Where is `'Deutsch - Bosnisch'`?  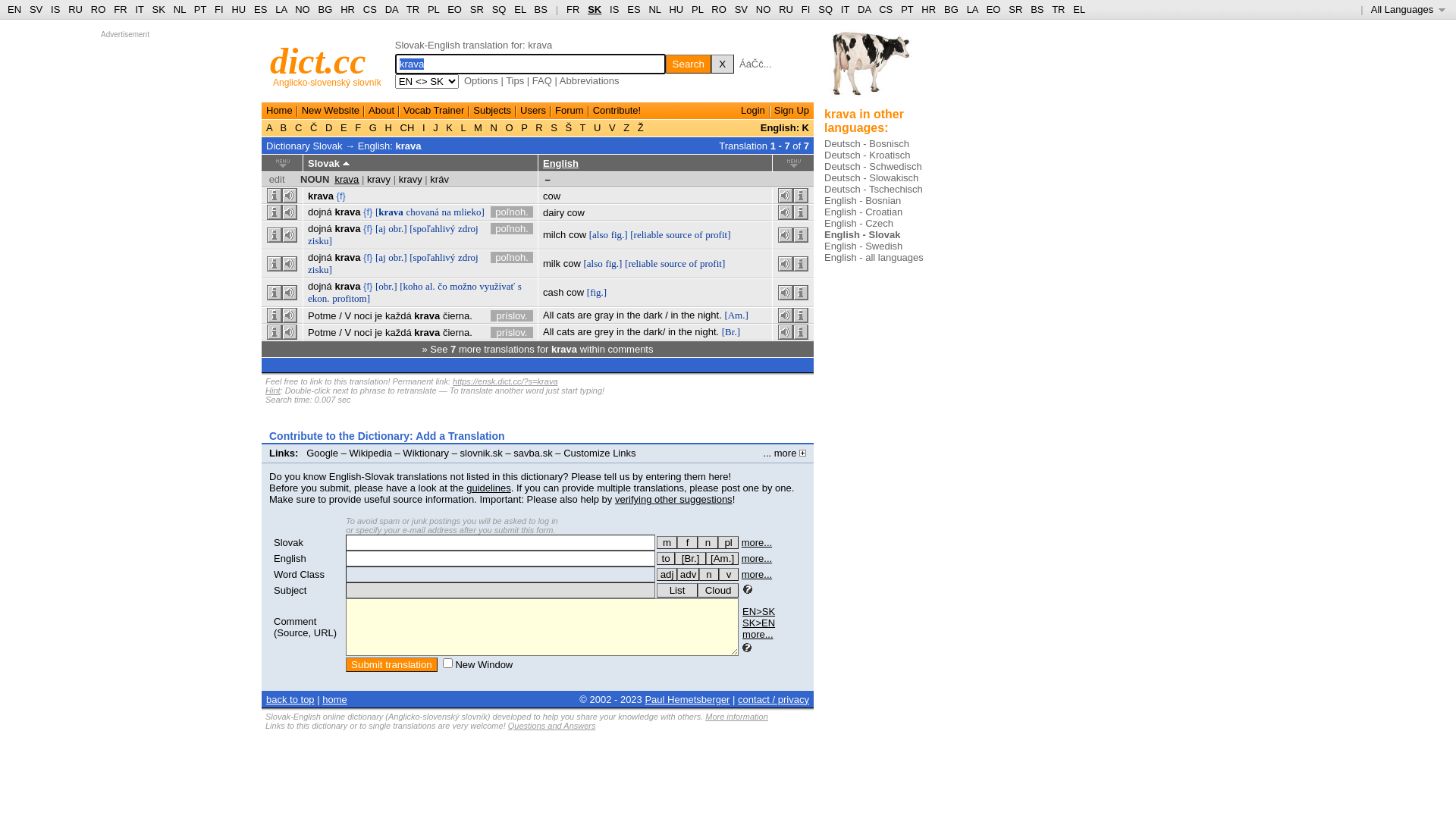 'Deutsch - Bosnisch' is located at coordinates (866, 143).